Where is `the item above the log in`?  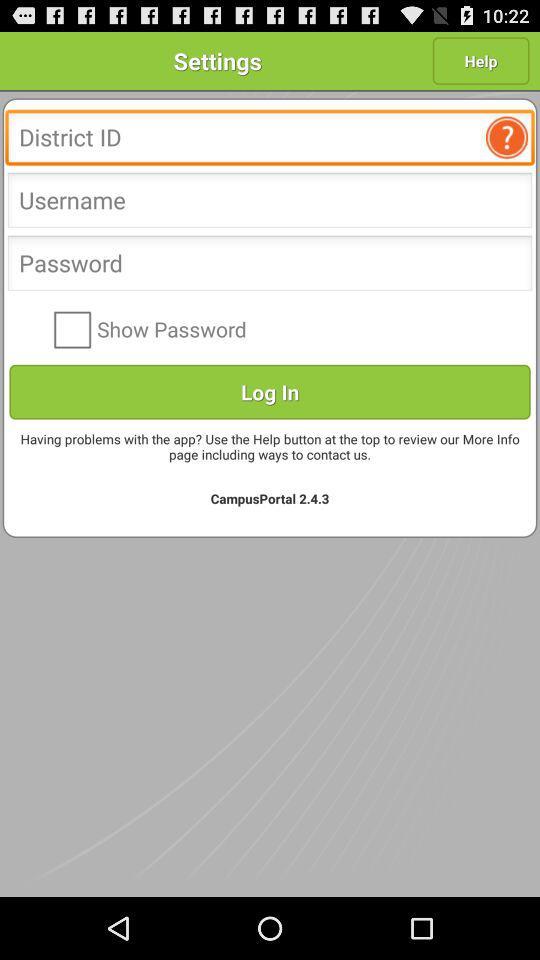
the item above the log in is located at coordinates (290, 328).